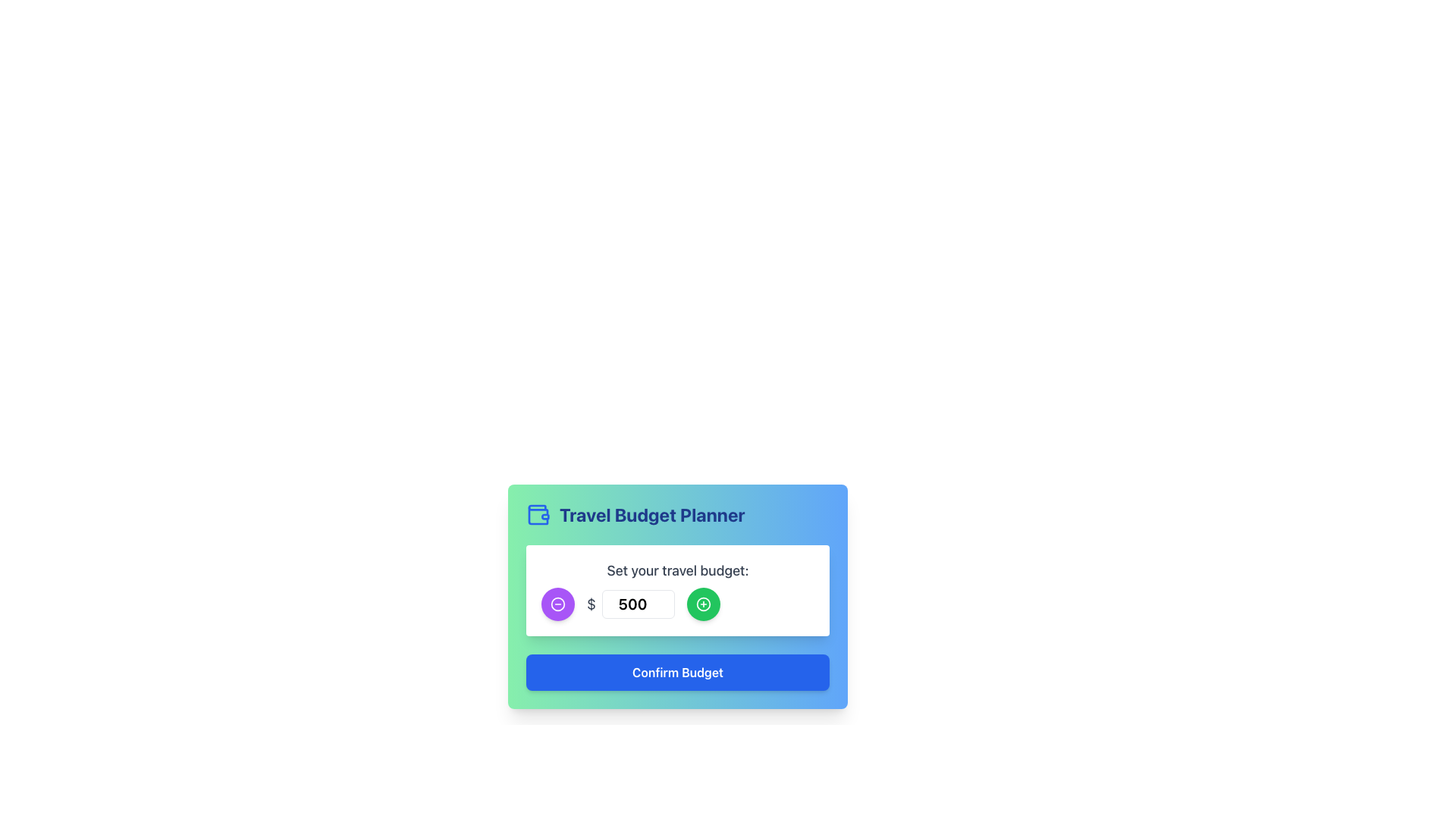 The image size is (1456, 819). I want to click on the SVG Circle element that serves as a 'plus' button to increase the budget in the 'Travel Budget Planner' modal dialog, so click(702, 604).